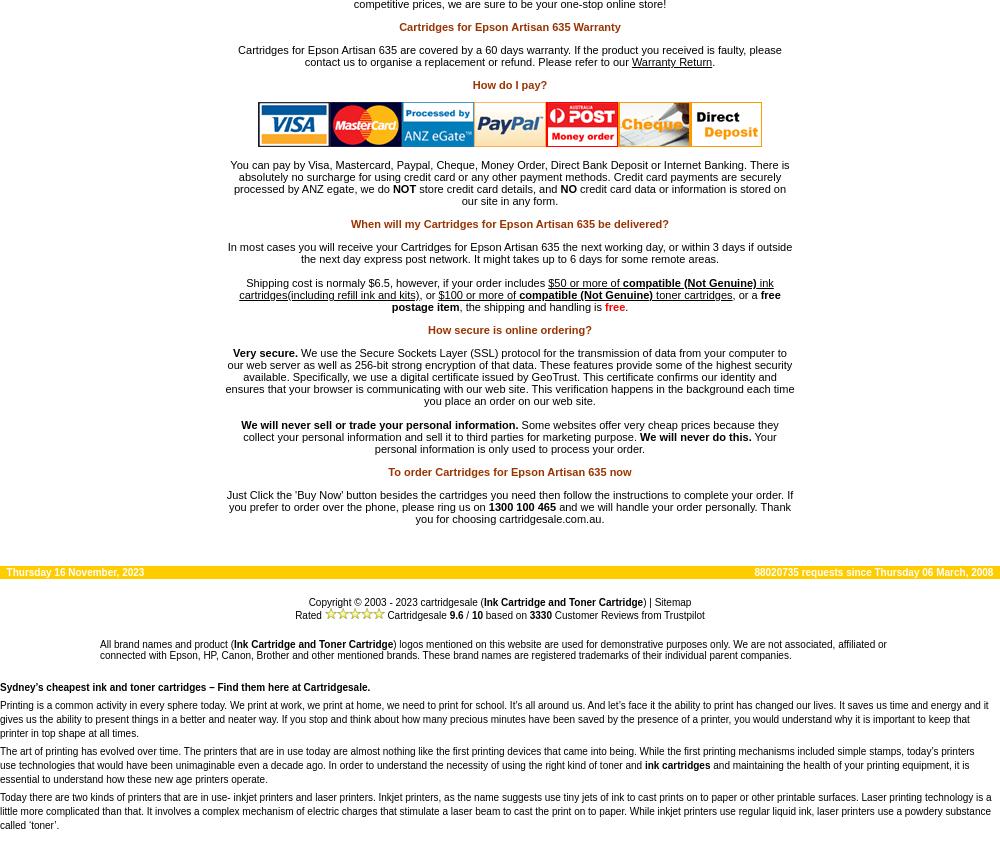  I want to click on 'free', so click(614, 305).